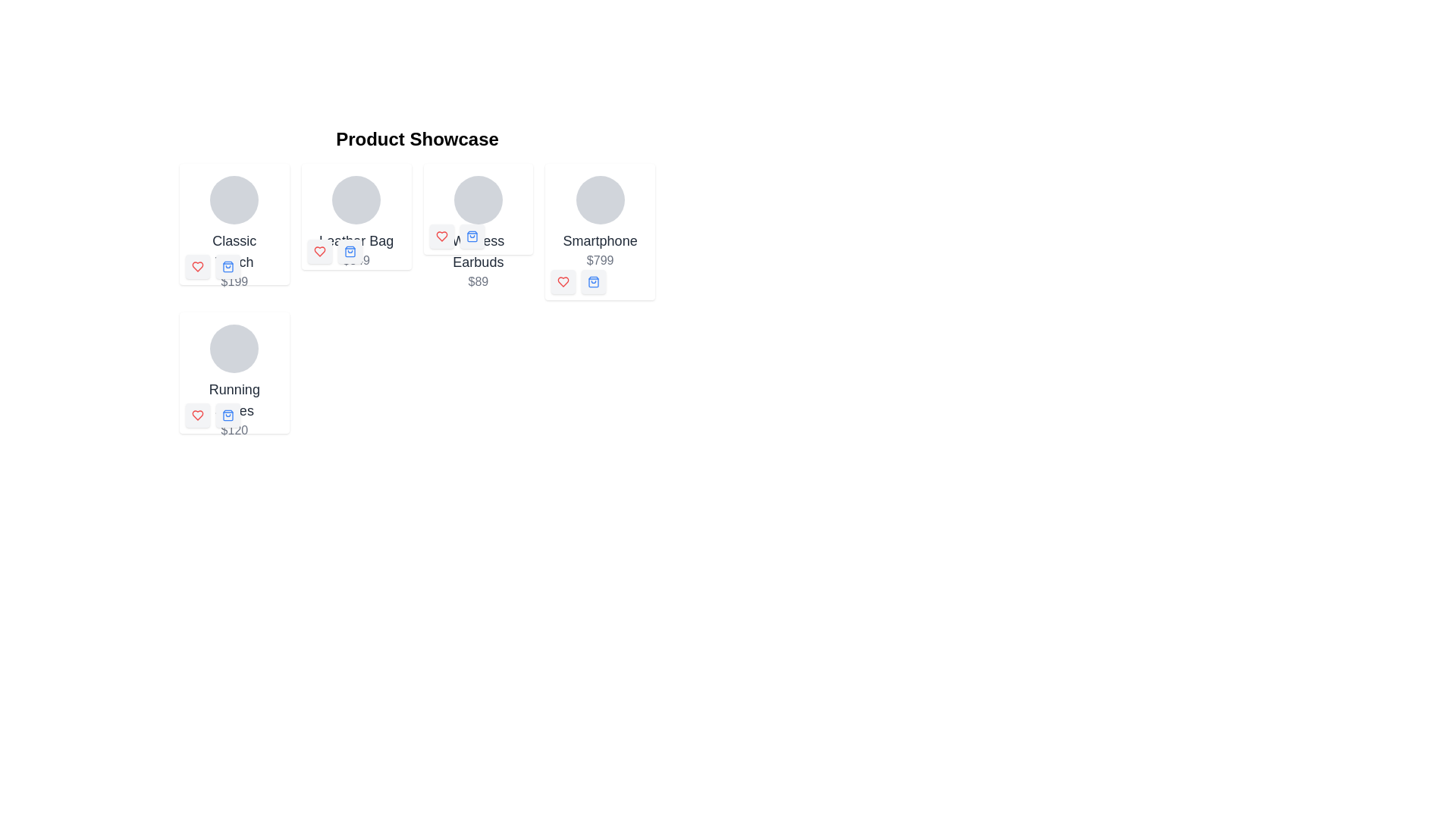  I want to click on the small rectangular button with rounded edges, featuring a blue shopping bag icon, located at the bottom-left corner of the second product card in the product showcase grid, so click(349, 250).